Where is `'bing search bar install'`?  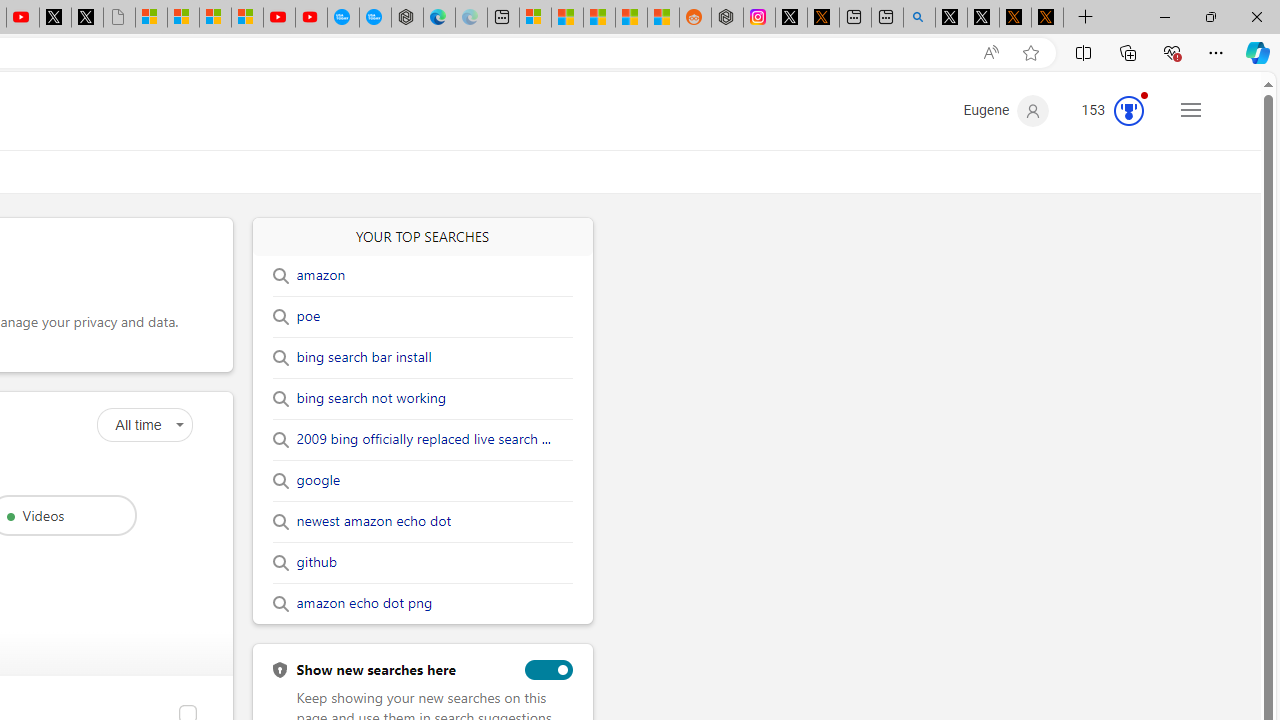 'bing search bar install' is located at coordinates (364, 356).